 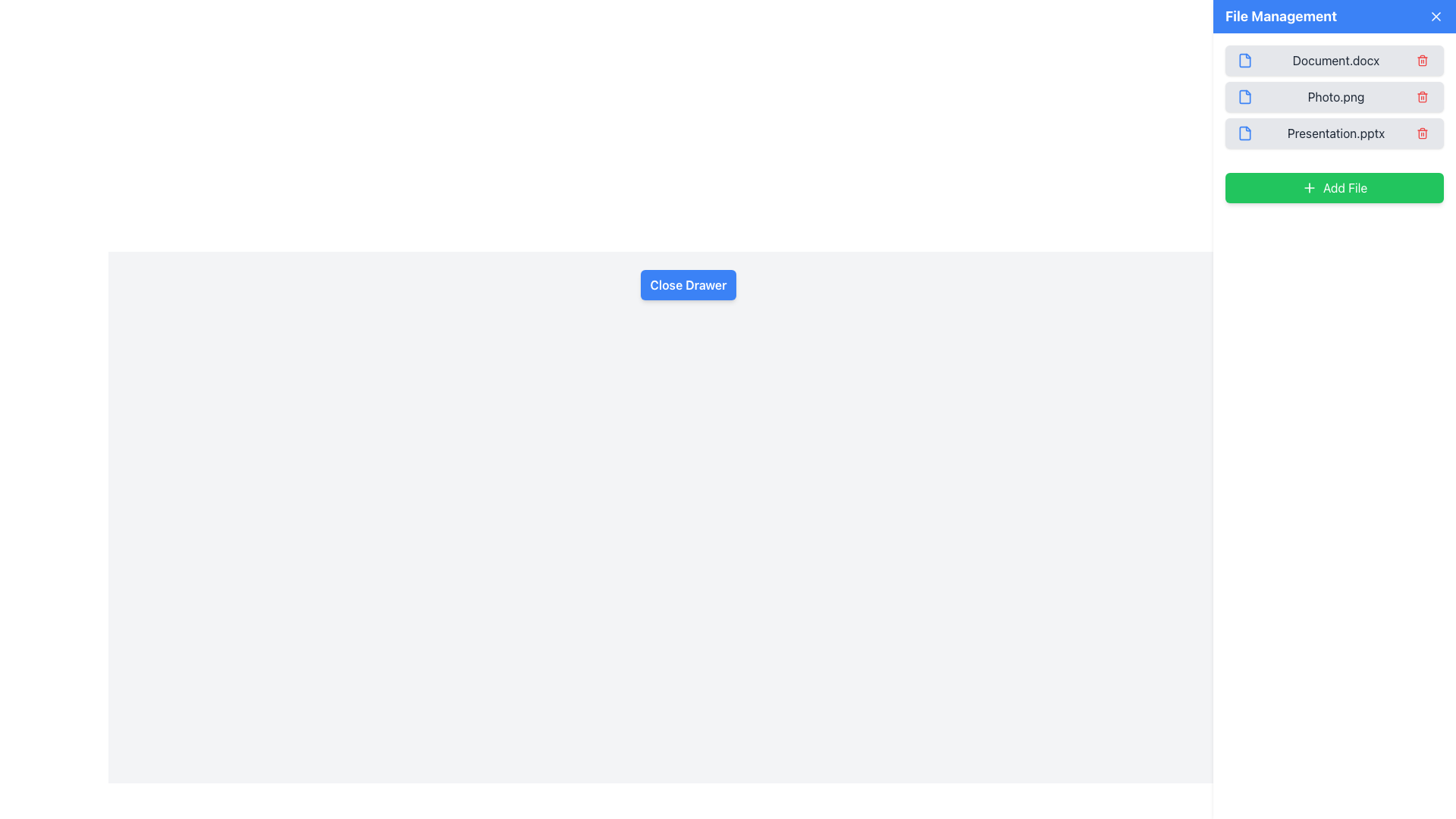 What do you see at coordinates (1335, 96) in the screenshot?
I see `the file element representing 'Photo.png' in the file management interface` at bounding box center [1335, 96].